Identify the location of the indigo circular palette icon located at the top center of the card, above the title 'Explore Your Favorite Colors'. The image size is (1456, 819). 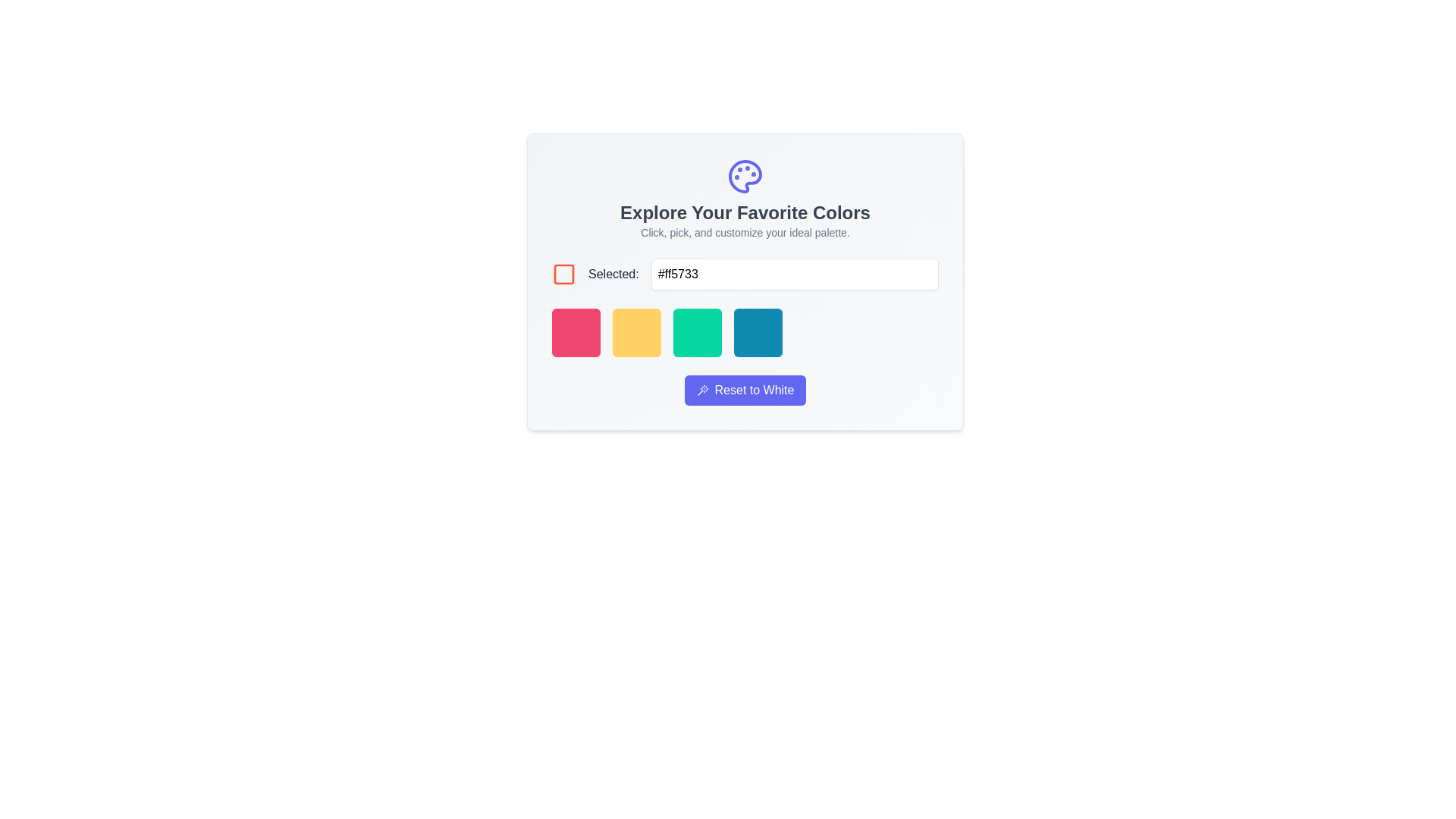
(745, 175).